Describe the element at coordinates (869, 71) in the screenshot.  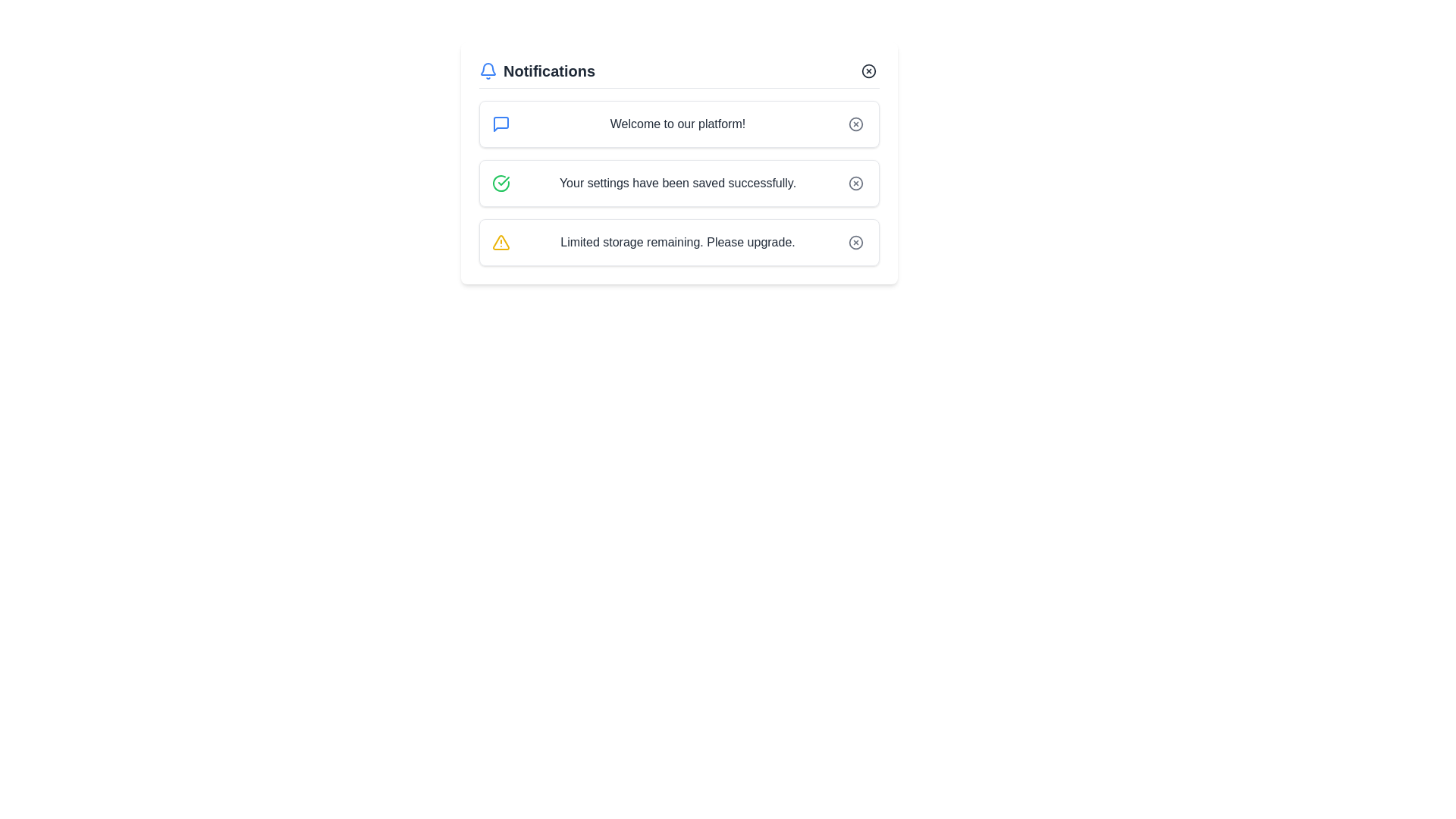
I see `the circular button with a cross icon located in the top-right corner of the notification section, right of the 'Notifications' title to emphasize it` at that location.